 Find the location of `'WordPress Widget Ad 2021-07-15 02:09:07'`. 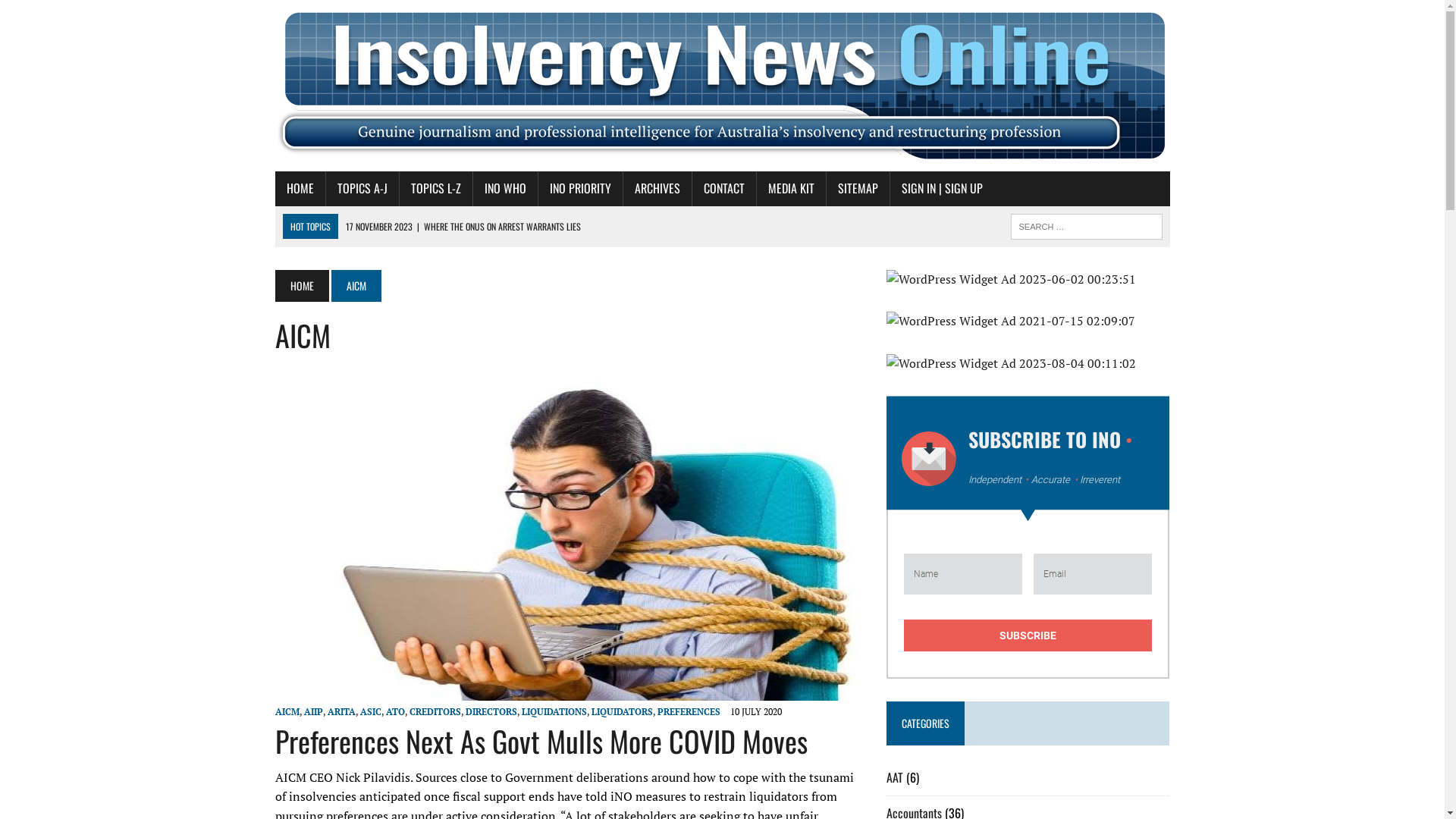

'WordPress Widget Ad 2021-07-15 02:09:07' is located at coordinates (1028, 321).